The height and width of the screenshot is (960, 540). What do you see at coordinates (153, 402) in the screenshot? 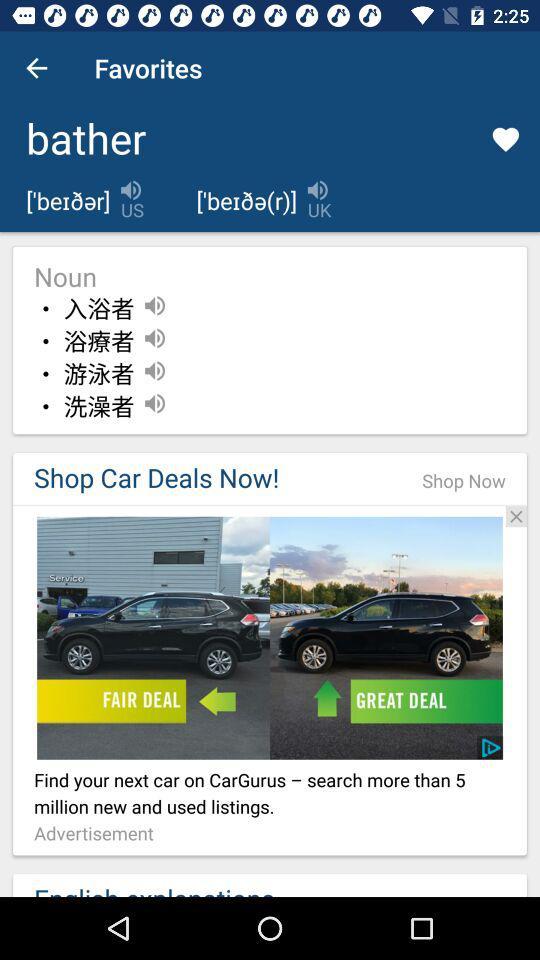
I see `the first volume button from bottom of the page` at bounding box center [153, 402].